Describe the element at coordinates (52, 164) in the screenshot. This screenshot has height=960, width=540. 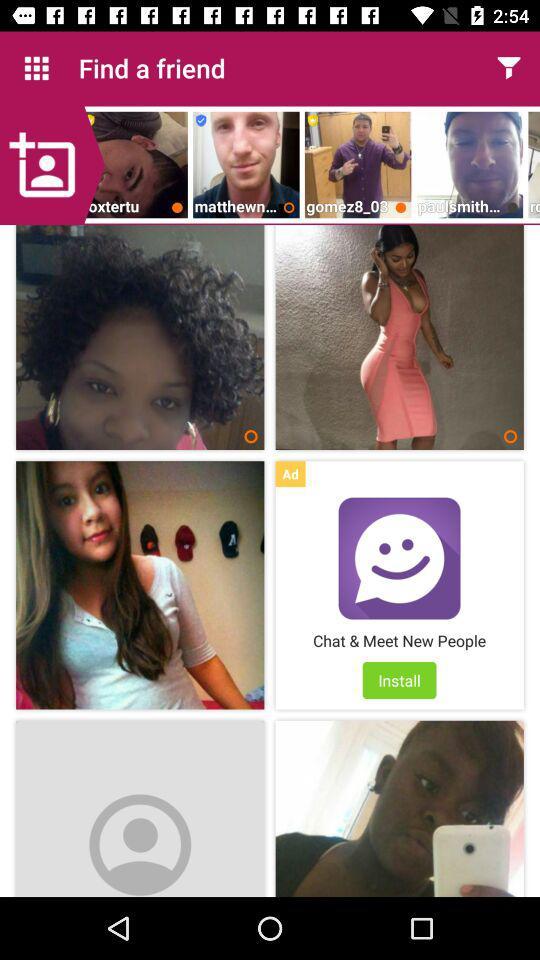
I see `upload image` at that location.